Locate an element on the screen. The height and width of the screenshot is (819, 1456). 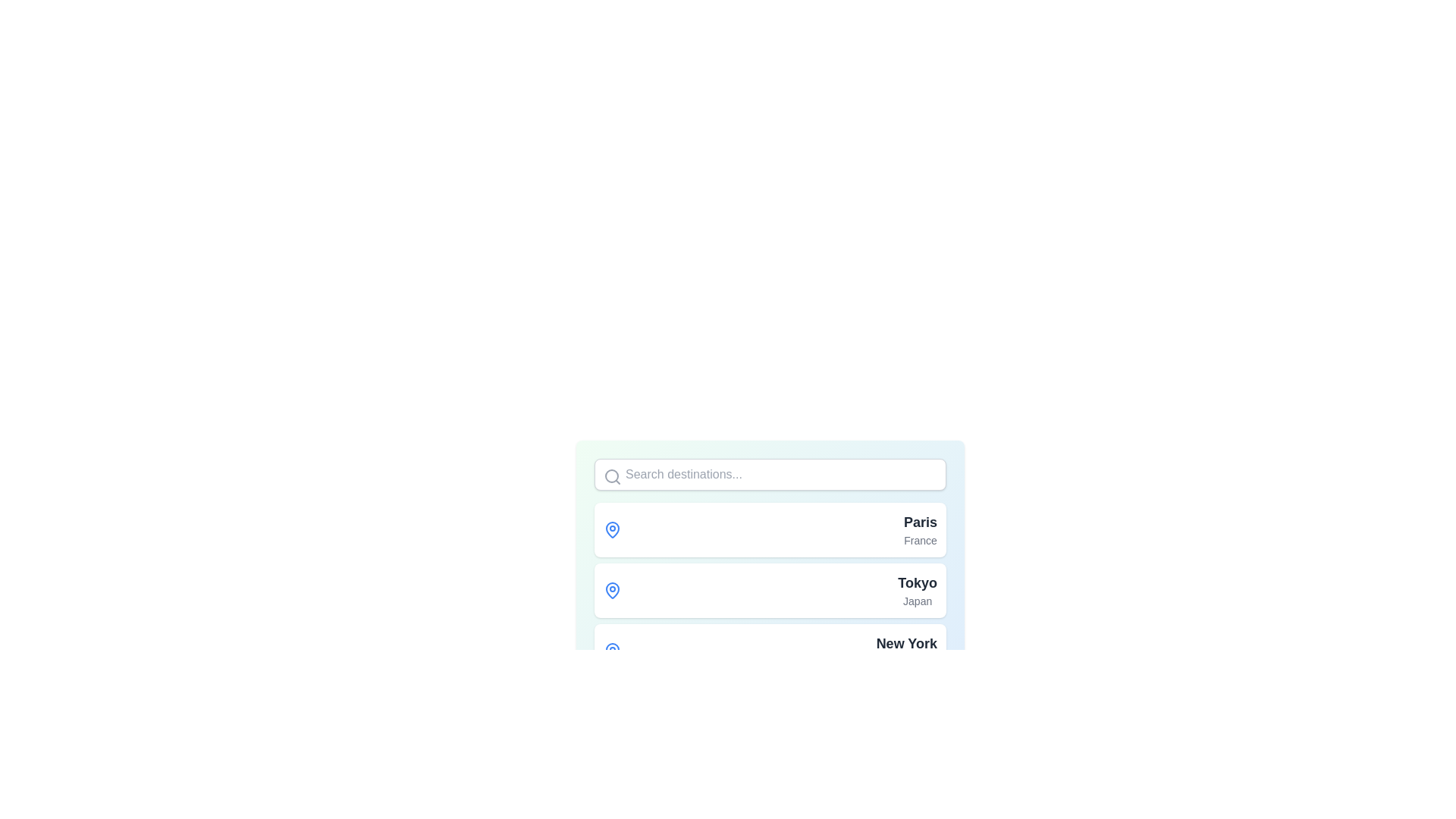
the blue map pin icon located in the first row of the destination list, to the left of the text 'Paris' and its description 'France' is located at coordinates (612, 529).